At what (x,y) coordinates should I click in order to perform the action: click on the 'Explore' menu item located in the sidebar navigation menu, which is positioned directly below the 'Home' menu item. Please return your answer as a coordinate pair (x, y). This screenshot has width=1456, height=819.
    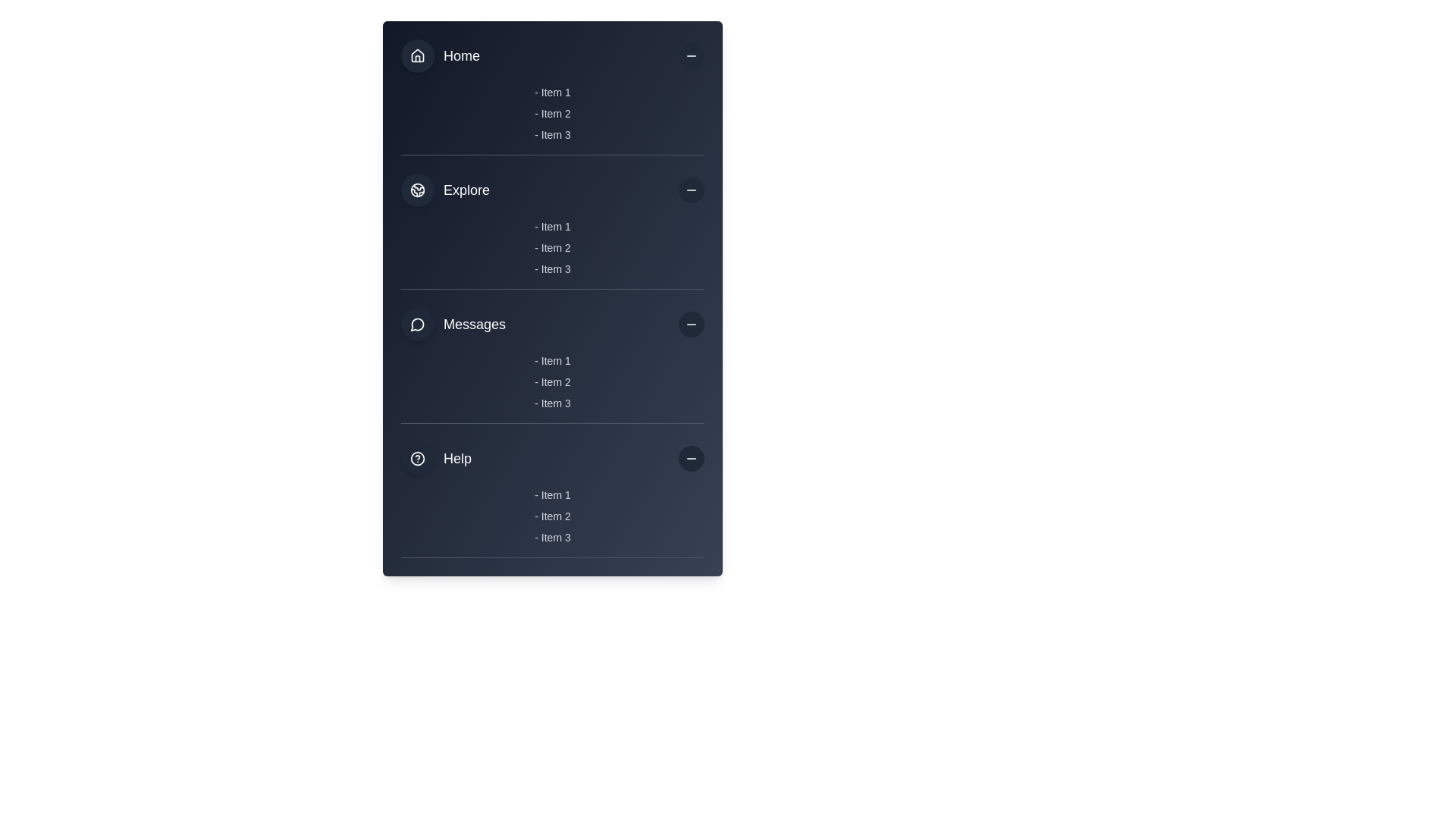
    Looking at the image, I should click on (444, 189).